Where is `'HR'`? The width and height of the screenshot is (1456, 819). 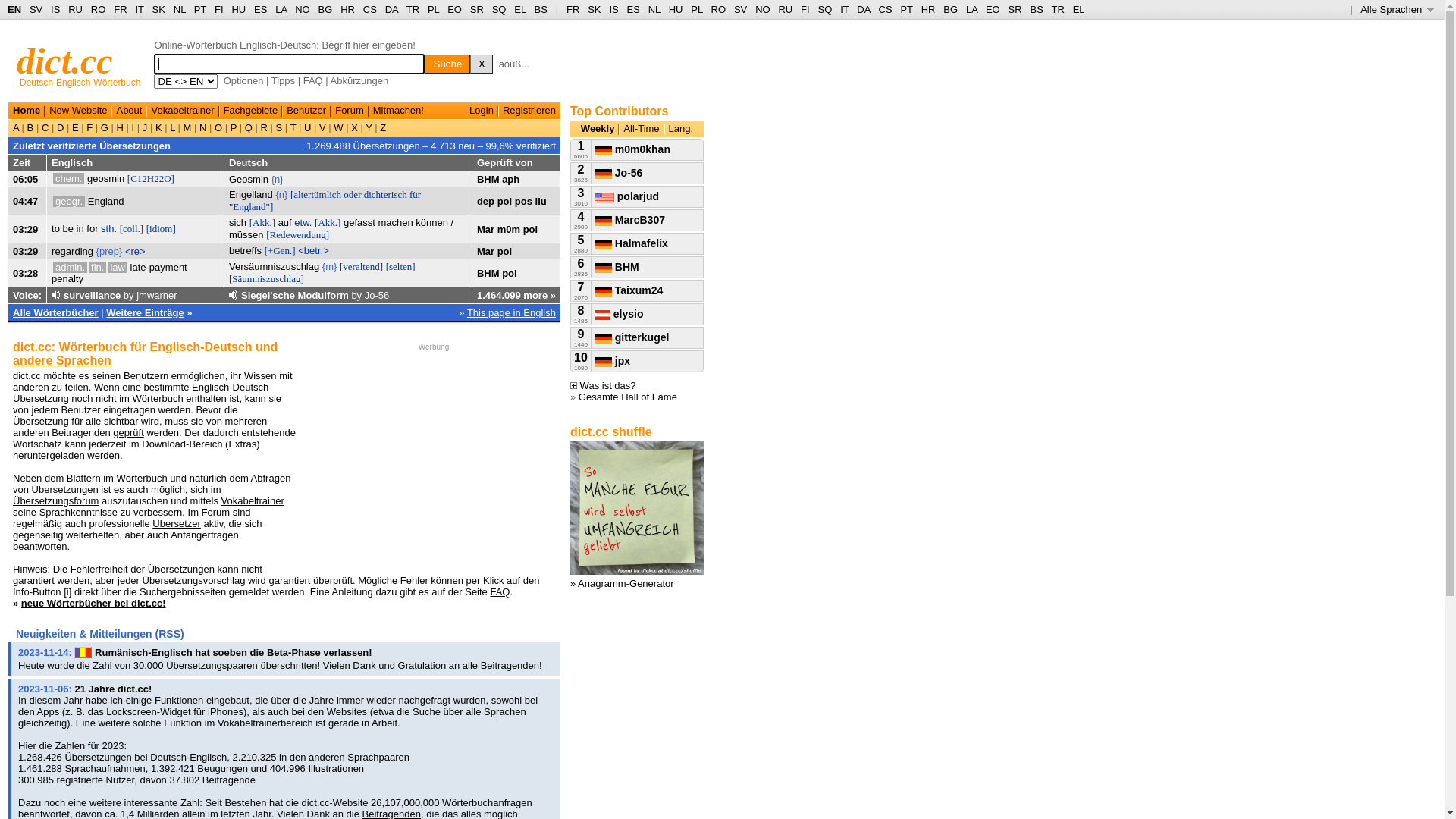 'HR' is located at coordinates (340, 9).